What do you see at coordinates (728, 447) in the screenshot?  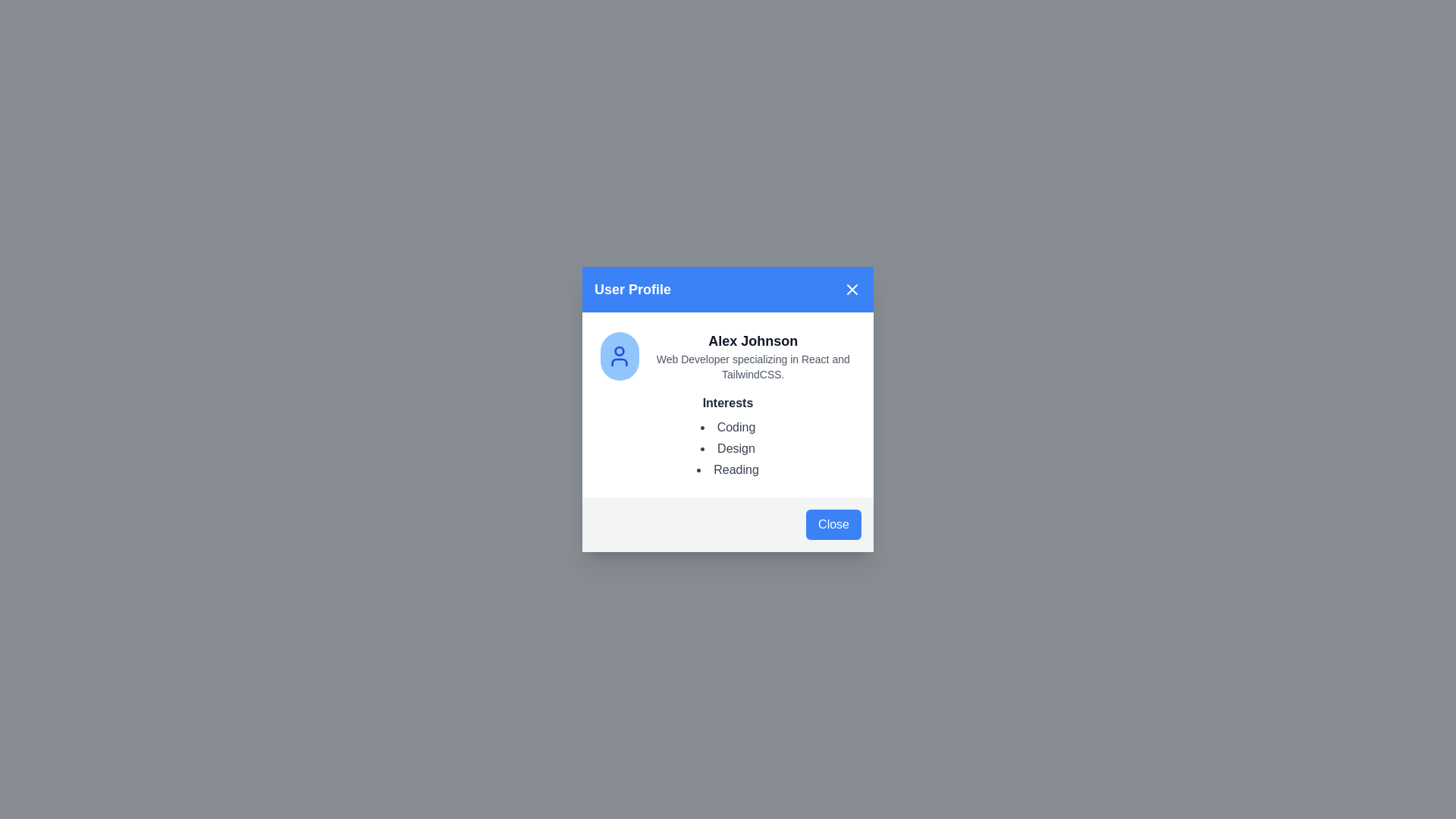 I see `the Unordered List displaying user interests, located in the 'User Profile' modal under the 'Interests' heading` at bounding box center [728, 447].